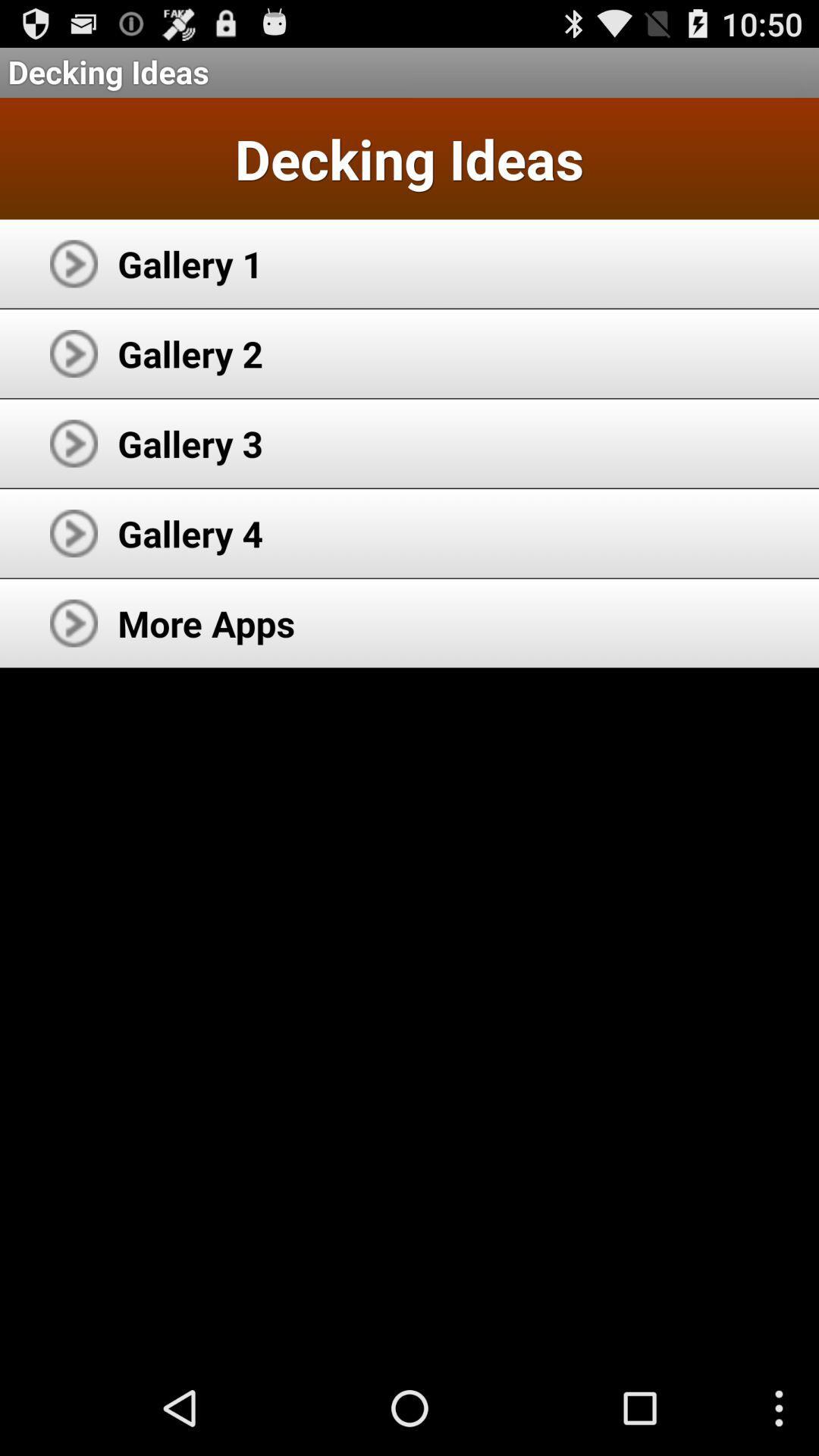  Describe the element at coordinates (190, 263) in the screenshot. I see `the app above the gallery 2 icon` at that location.